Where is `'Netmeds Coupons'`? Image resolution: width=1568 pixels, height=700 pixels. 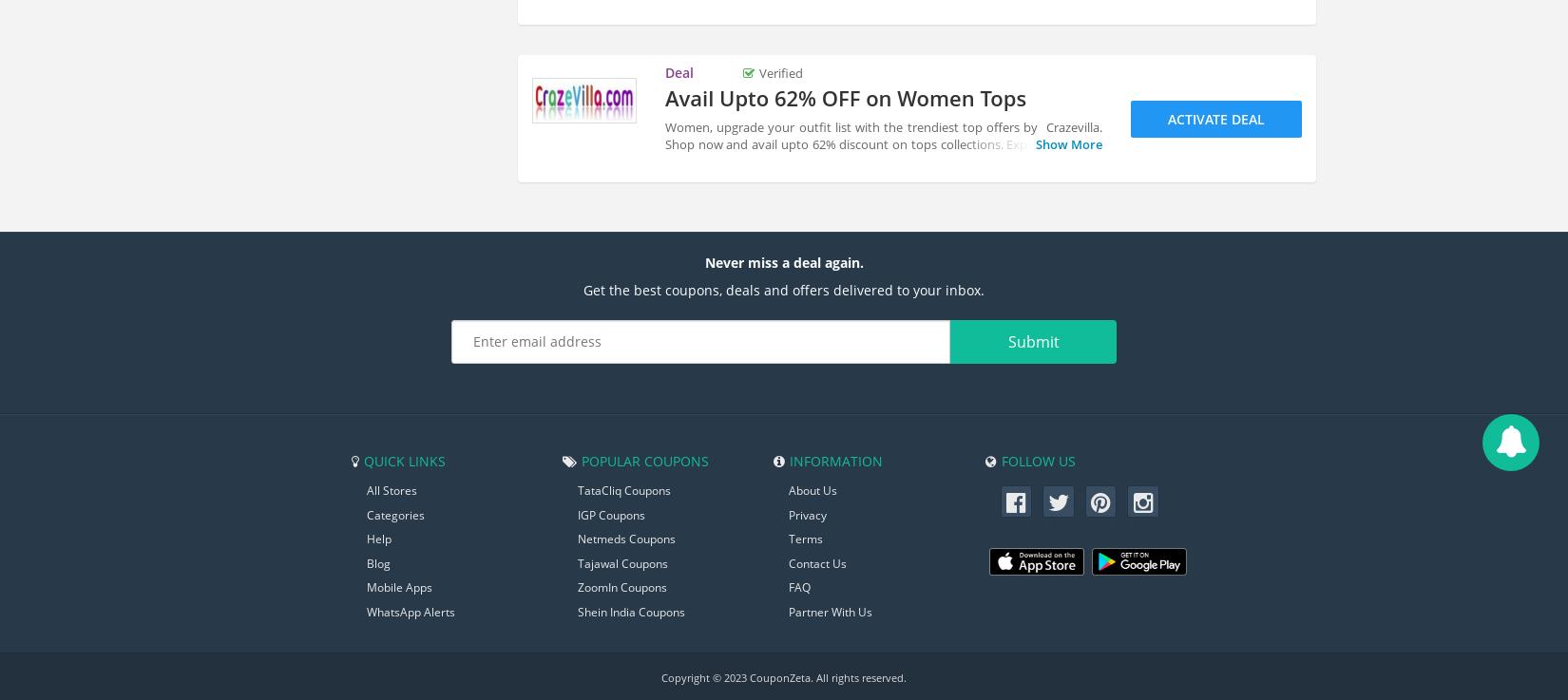
'Netmeds Coupons' is located at coordinates (625, 539).